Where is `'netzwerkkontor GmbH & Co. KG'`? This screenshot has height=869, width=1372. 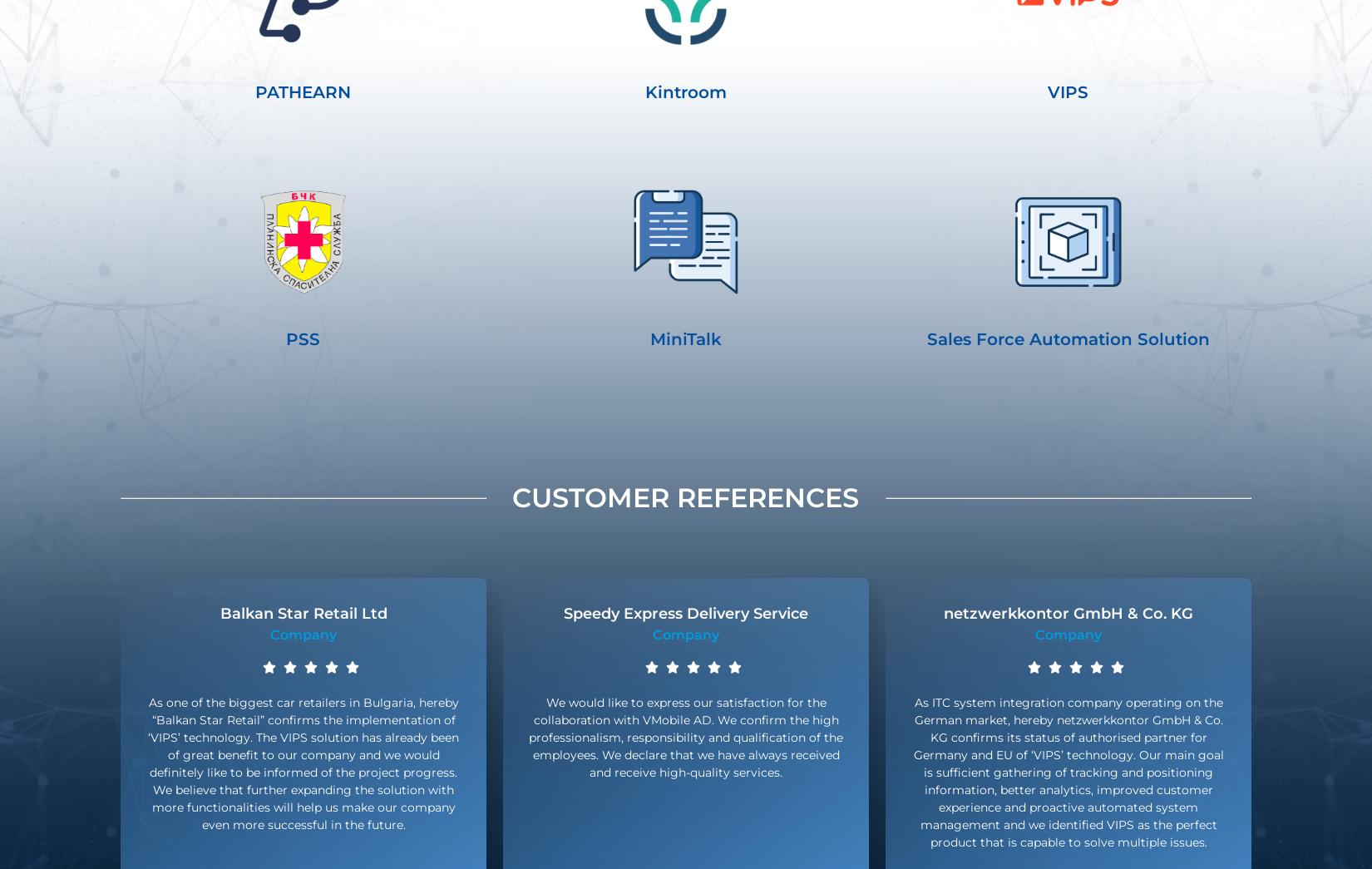 'netzwerkkontor GmbH & Co. KG' is located at coordinates (1068, 612).